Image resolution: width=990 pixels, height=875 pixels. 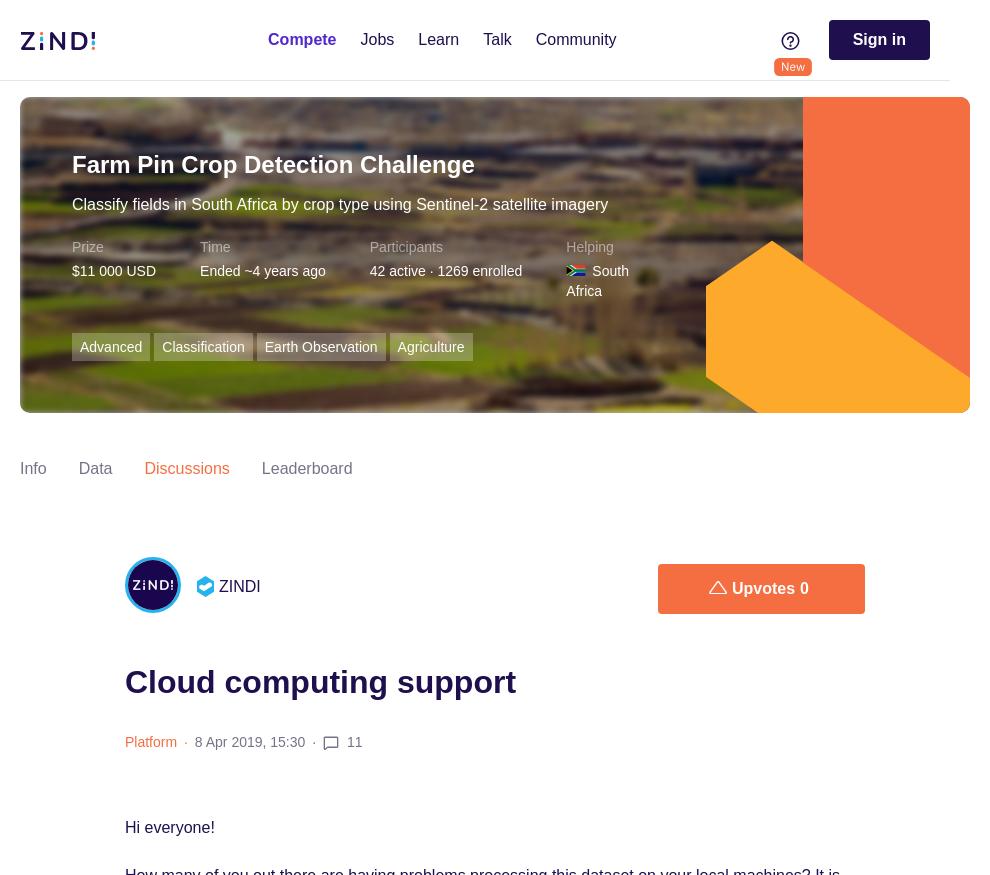 I want to click on 'Ended ~4 years ago', so click(x=198, y=269).